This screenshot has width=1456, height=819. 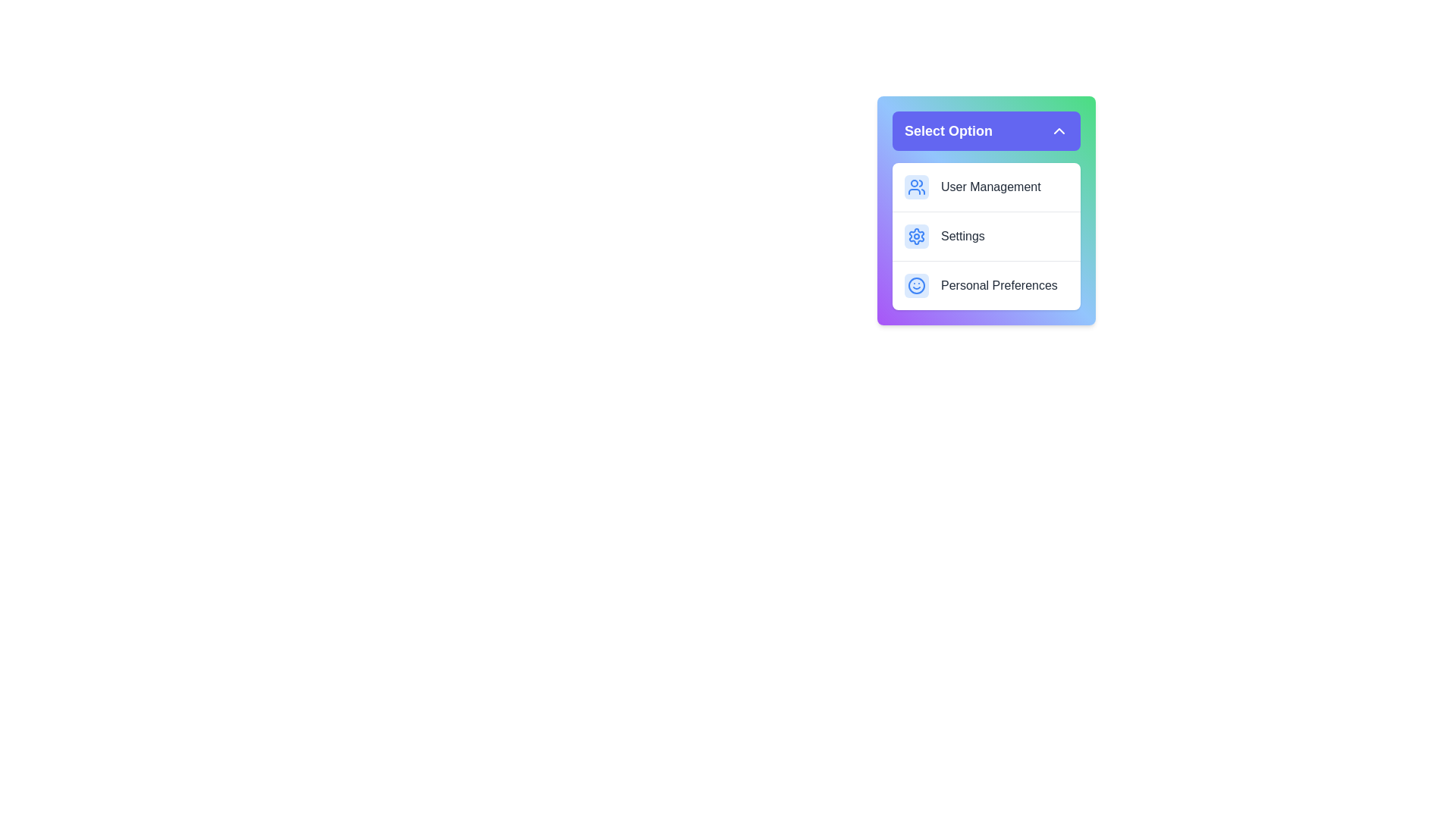 What do you see at coordinates (986, 210) in the screenshot?
I see `the 'Settings' list item in the dropdown menu` at bounding box center [986, 210].